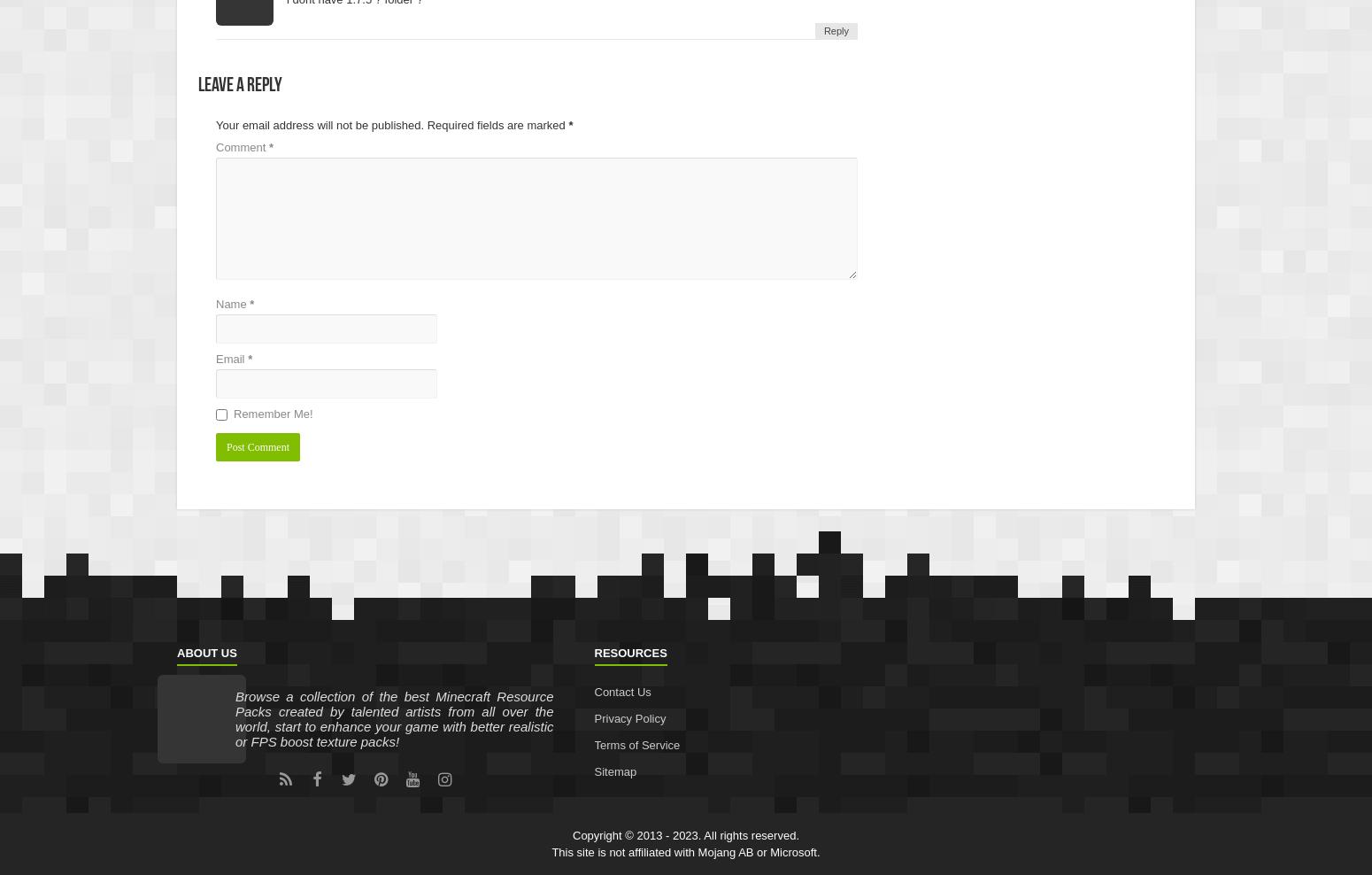 Image resolution: width=1372 pixels, height=875 pixels. Describe the element at coordinates (686, 834) in the screenshot. I see `'Copyright © 2013 - 2023. All rights reserved.'` at that location.